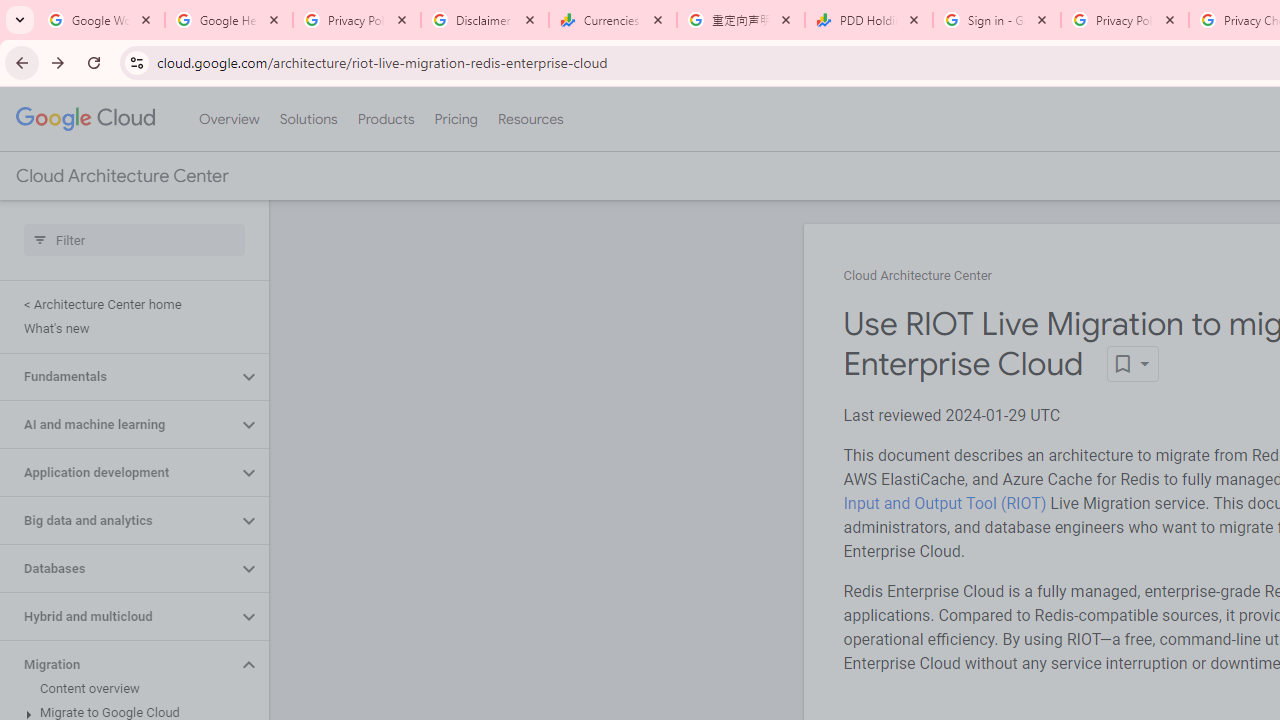 The height and width of the screenshot is (720, 1280). I want to click on 'Databases', so click(117, 569).